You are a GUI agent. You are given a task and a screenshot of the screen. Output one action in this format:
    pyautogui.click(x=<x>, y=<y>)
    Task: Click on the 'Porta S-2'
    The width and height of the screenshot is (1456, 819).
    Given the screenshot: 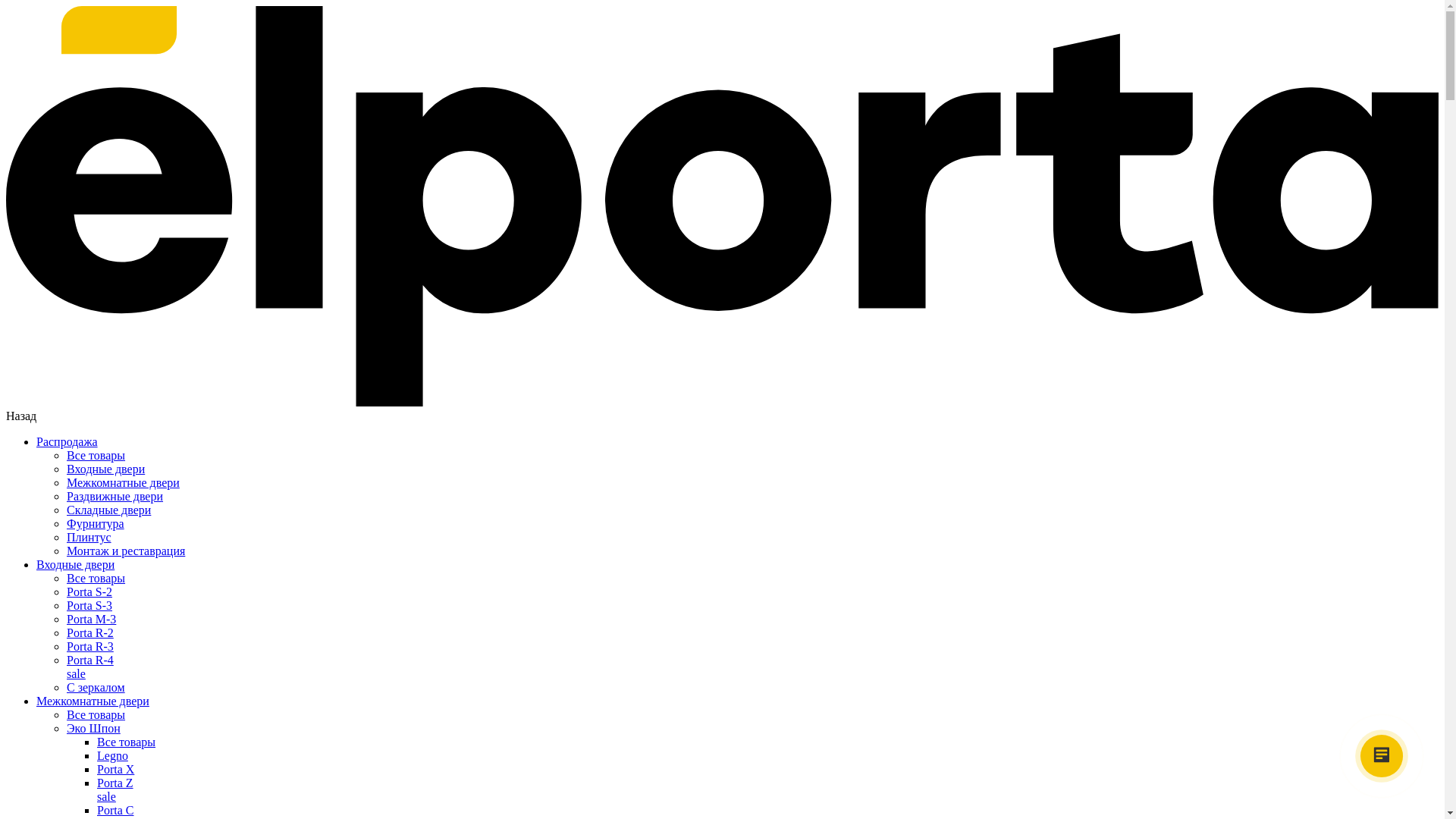 What is the action you would take?
    pyautogui.click(x=89, y=591)
    